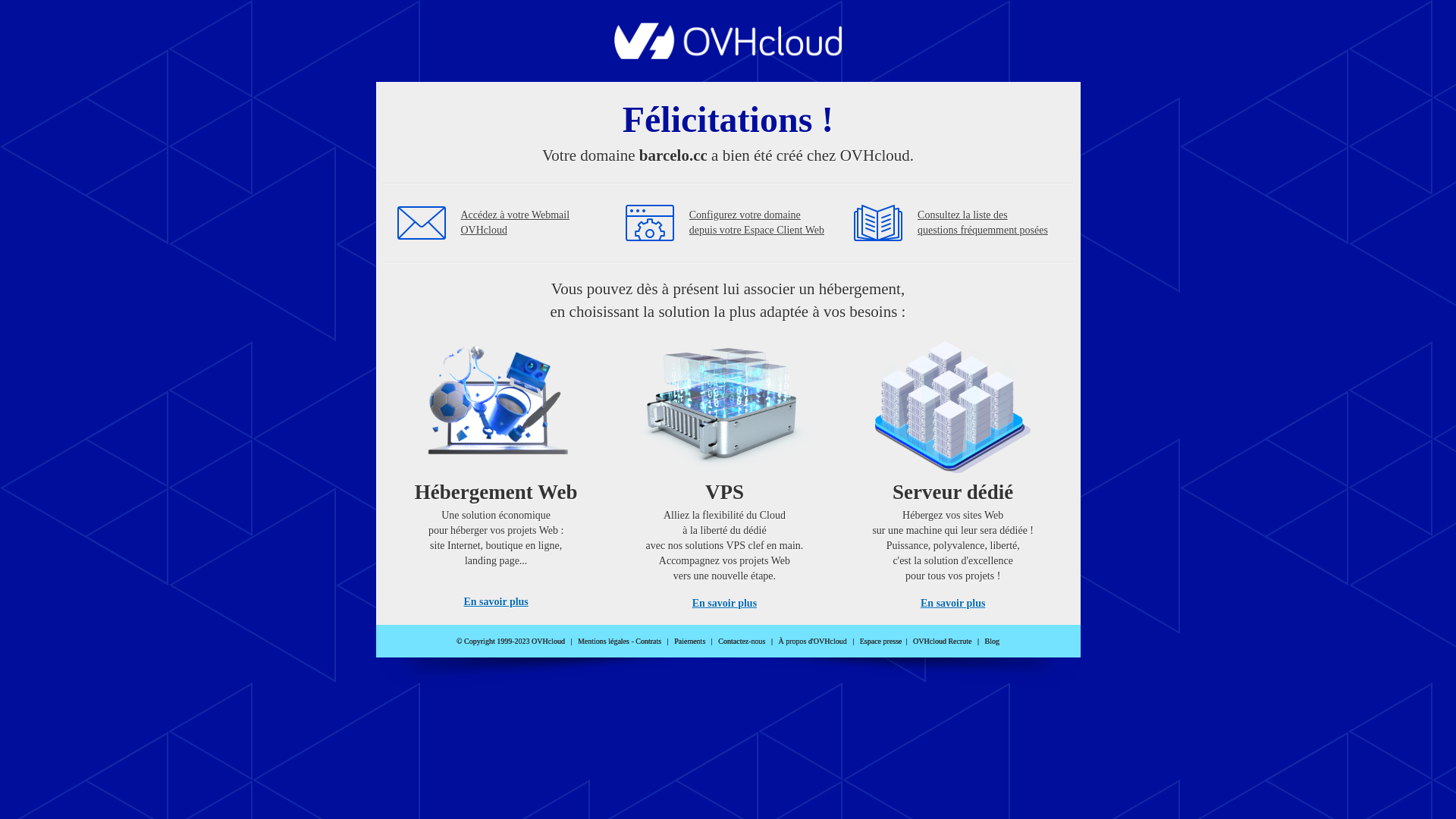 This screenshot has width=1456, height=819. I want to click on 'En savoir plus', so click(495, 601).